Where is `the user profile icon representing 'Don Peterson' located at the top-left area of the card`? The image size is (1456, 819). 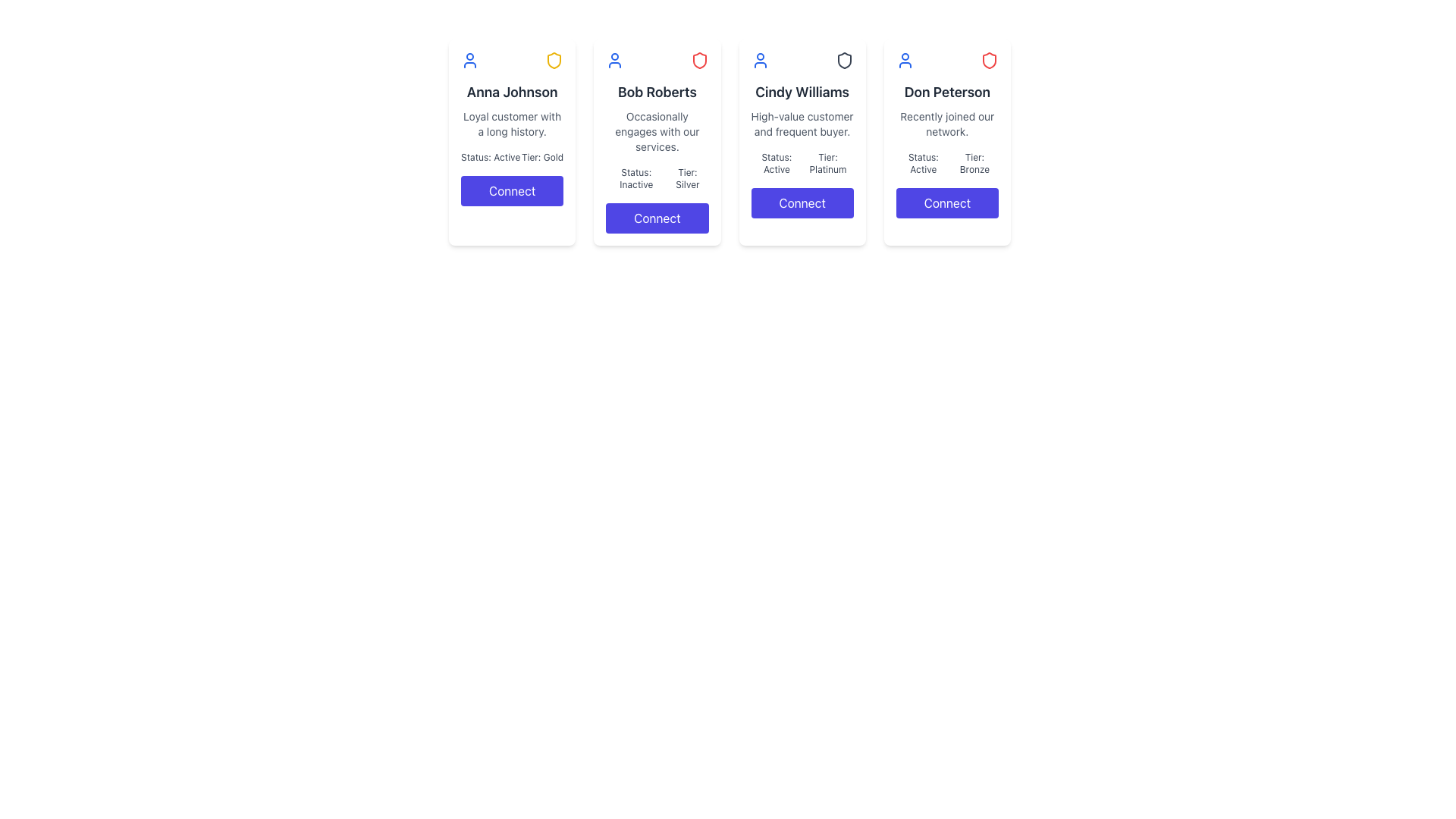 the user profile icon representing 'Don Peterson' located at the top-left area of the card is located at coordinates (905, 60).